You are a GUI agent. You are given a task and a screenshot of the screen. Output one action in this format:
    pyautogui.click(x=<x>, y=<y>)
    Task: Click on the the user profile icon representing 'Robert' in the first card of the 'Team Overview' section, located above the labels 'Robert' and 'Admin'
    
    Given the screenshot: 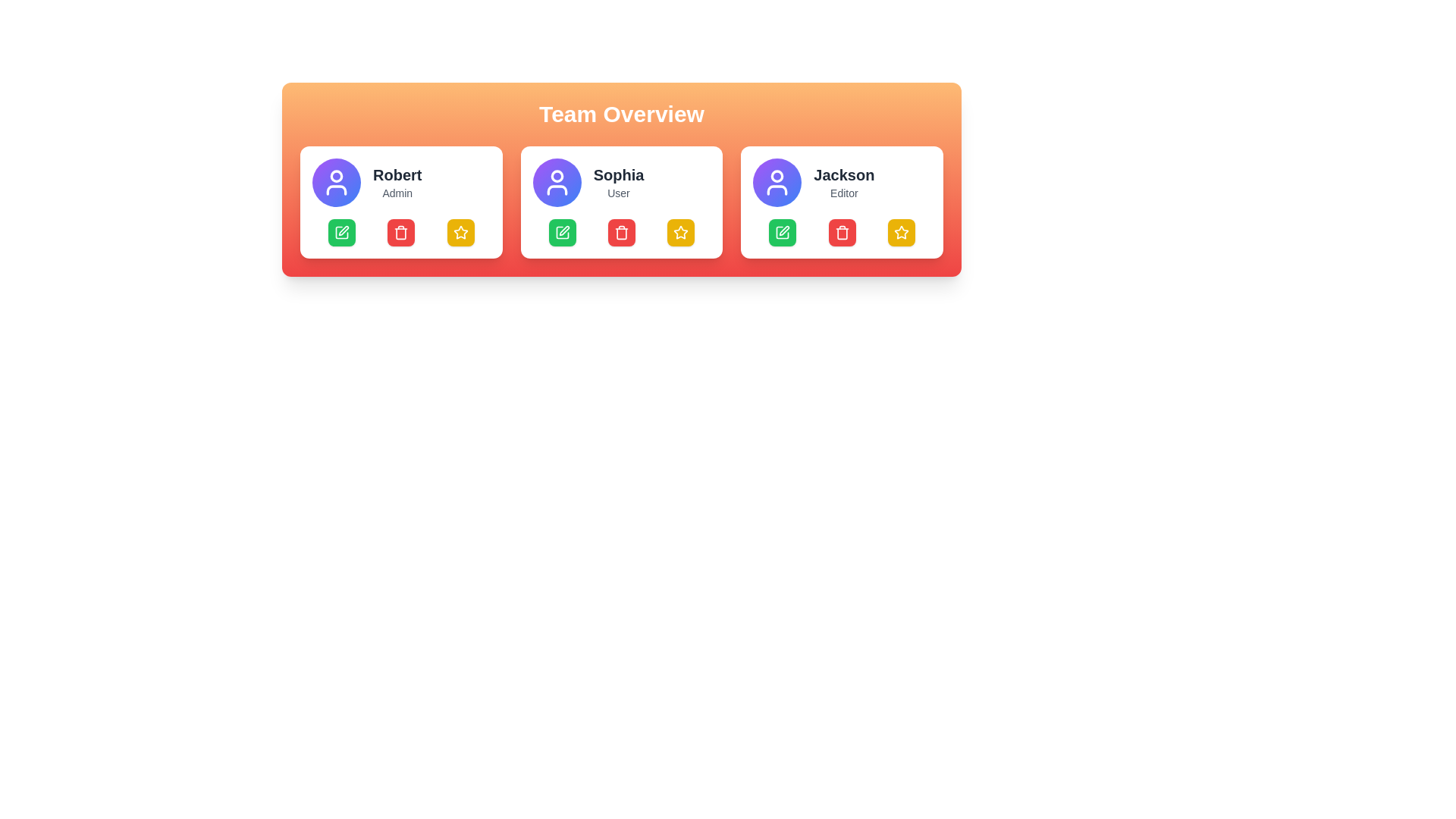 What is the action you would take?
    pyautogui.click(x=336, y=181)
    